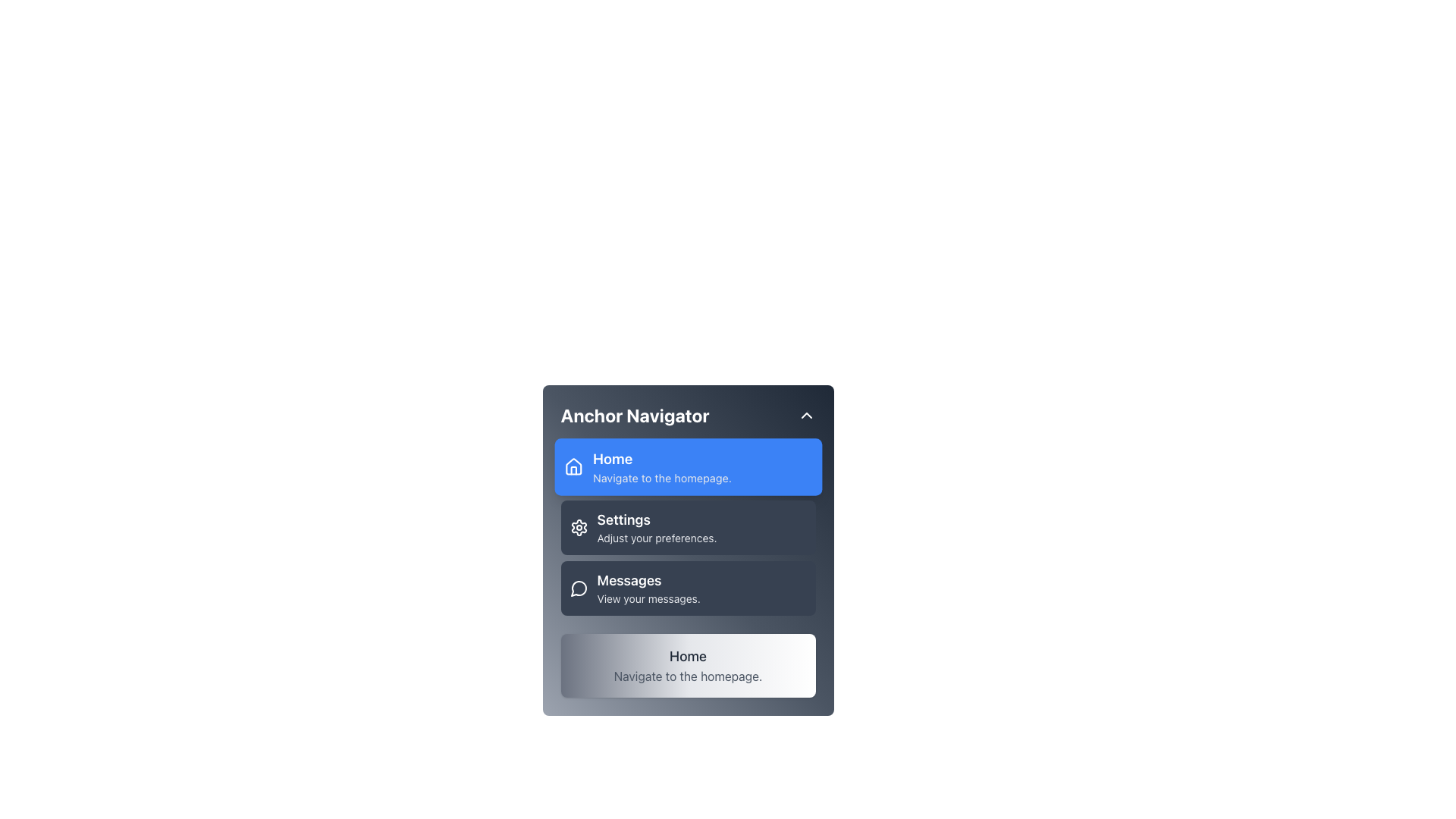 This screenshot has width=1456, height=819. I want to click on the circular icon with an inward arrow detail in the 'Messages' menu item, located adjacent to the label text, so click(578, 588).